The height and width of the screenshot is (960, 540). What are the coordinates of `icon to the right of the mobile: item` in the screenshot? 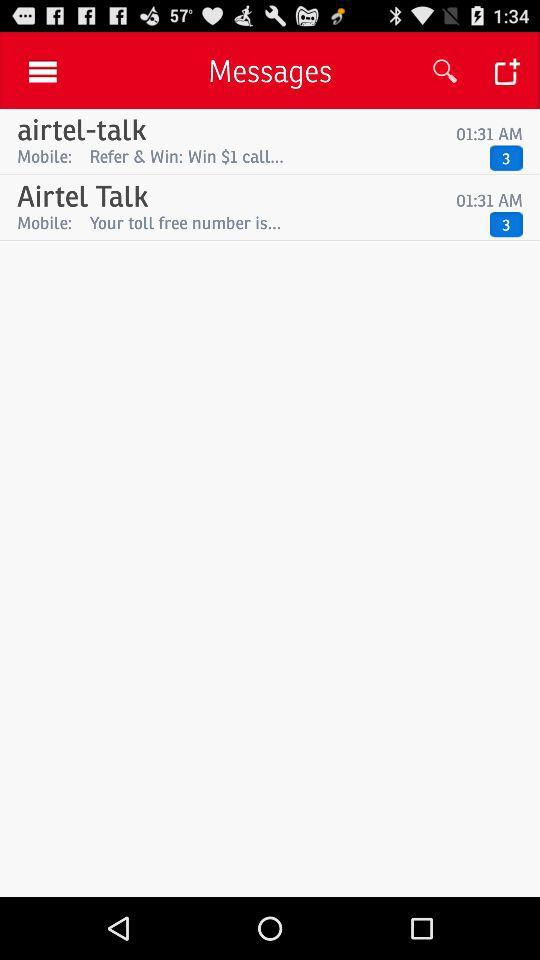 It's located at (284, 155).